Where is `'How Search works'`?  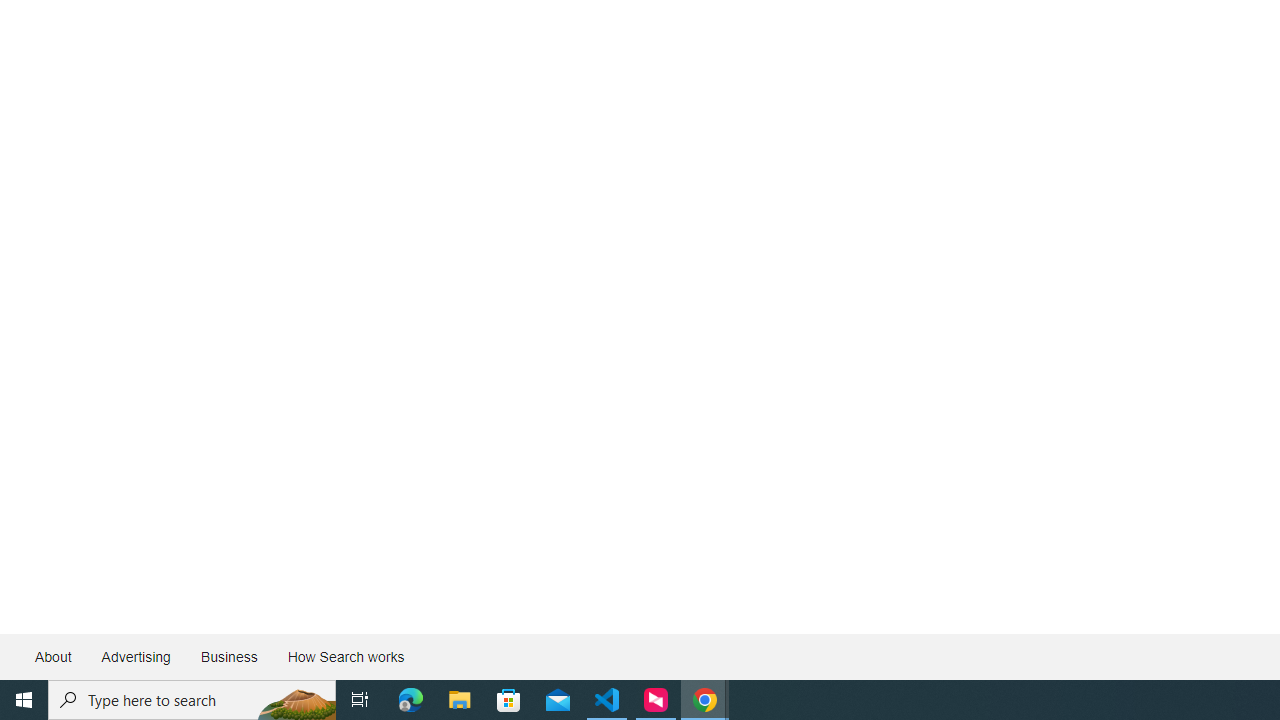
'How Search works' is located at coordinates (345, 657).